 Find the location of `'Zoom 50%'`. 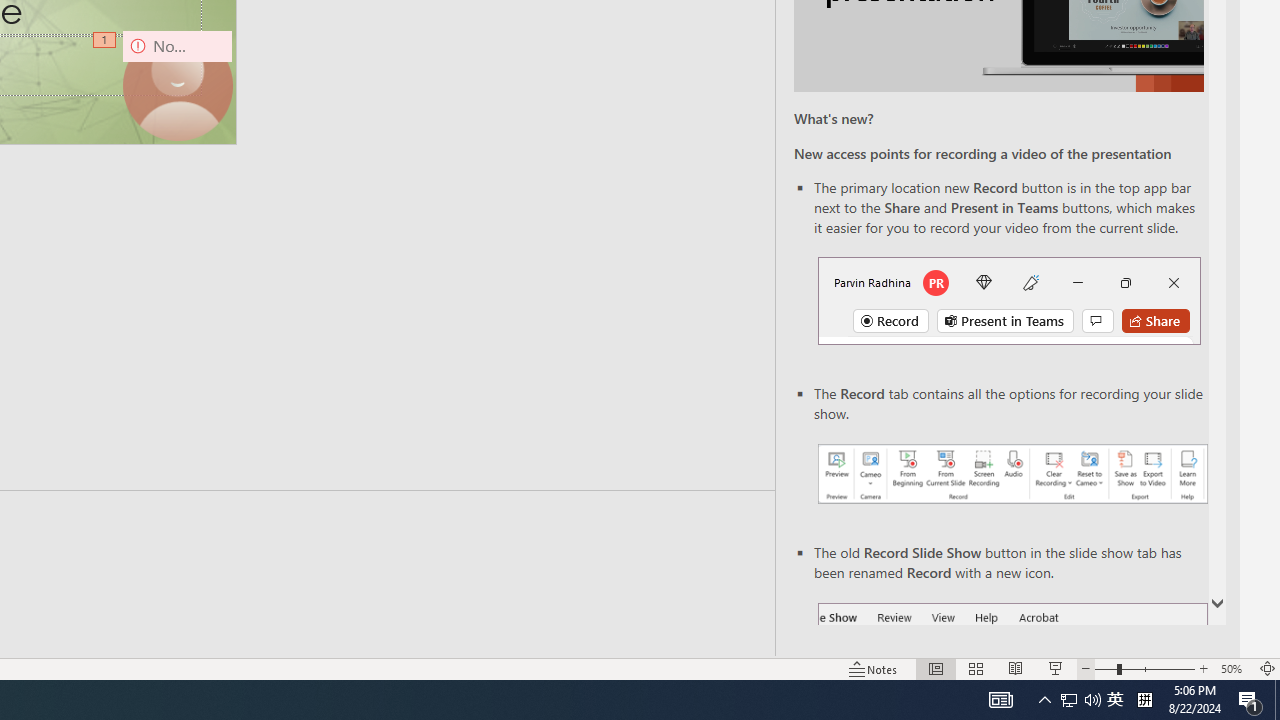

'Zoom 50%' is located at coordinates (1233, 669).